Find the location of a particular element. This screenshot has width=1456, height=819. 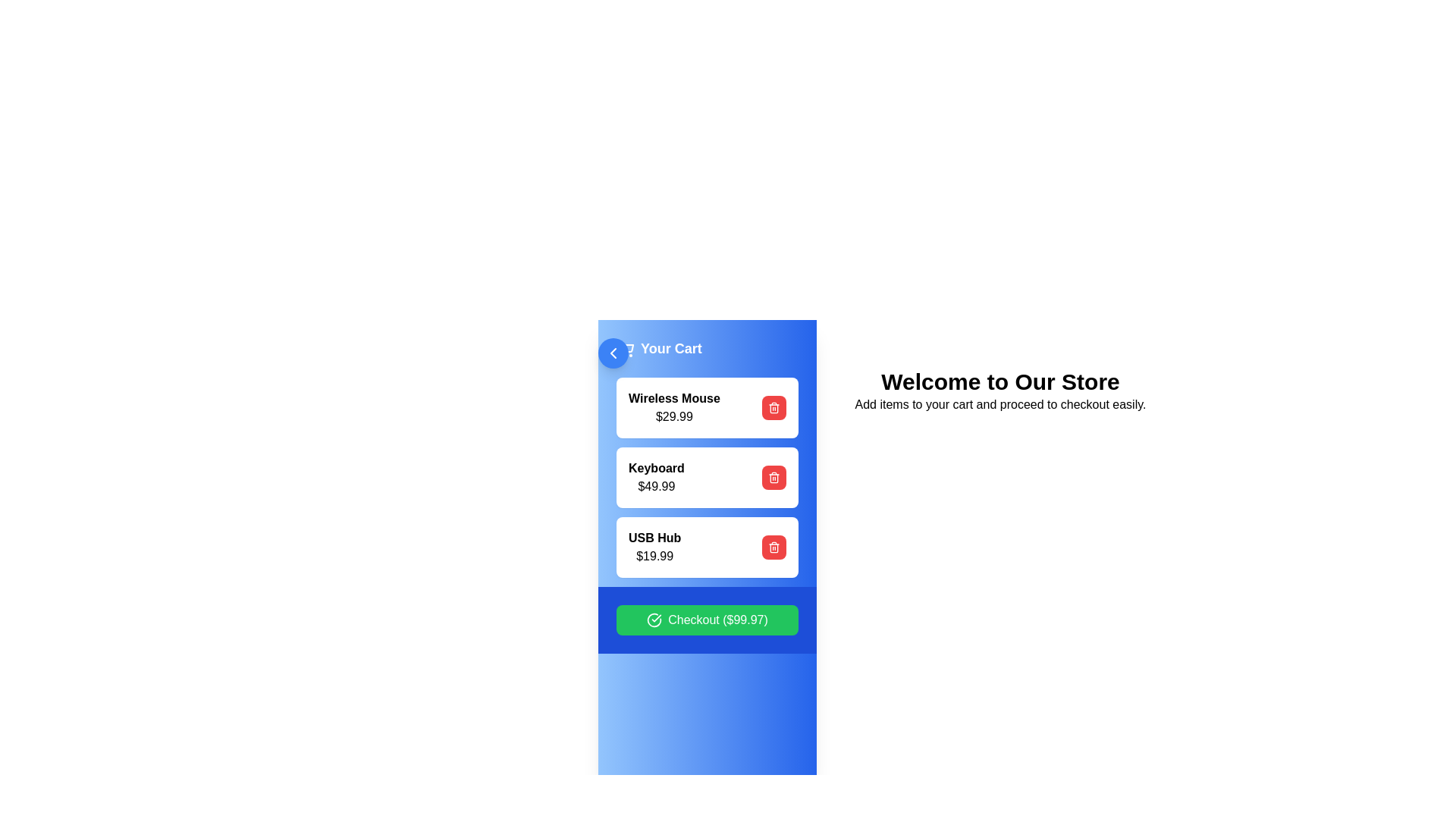

product details from the text block displaying the name 'Keyboard' and price '$49.99', located in the middle of the cart interface is located at coordinates (656, 476).